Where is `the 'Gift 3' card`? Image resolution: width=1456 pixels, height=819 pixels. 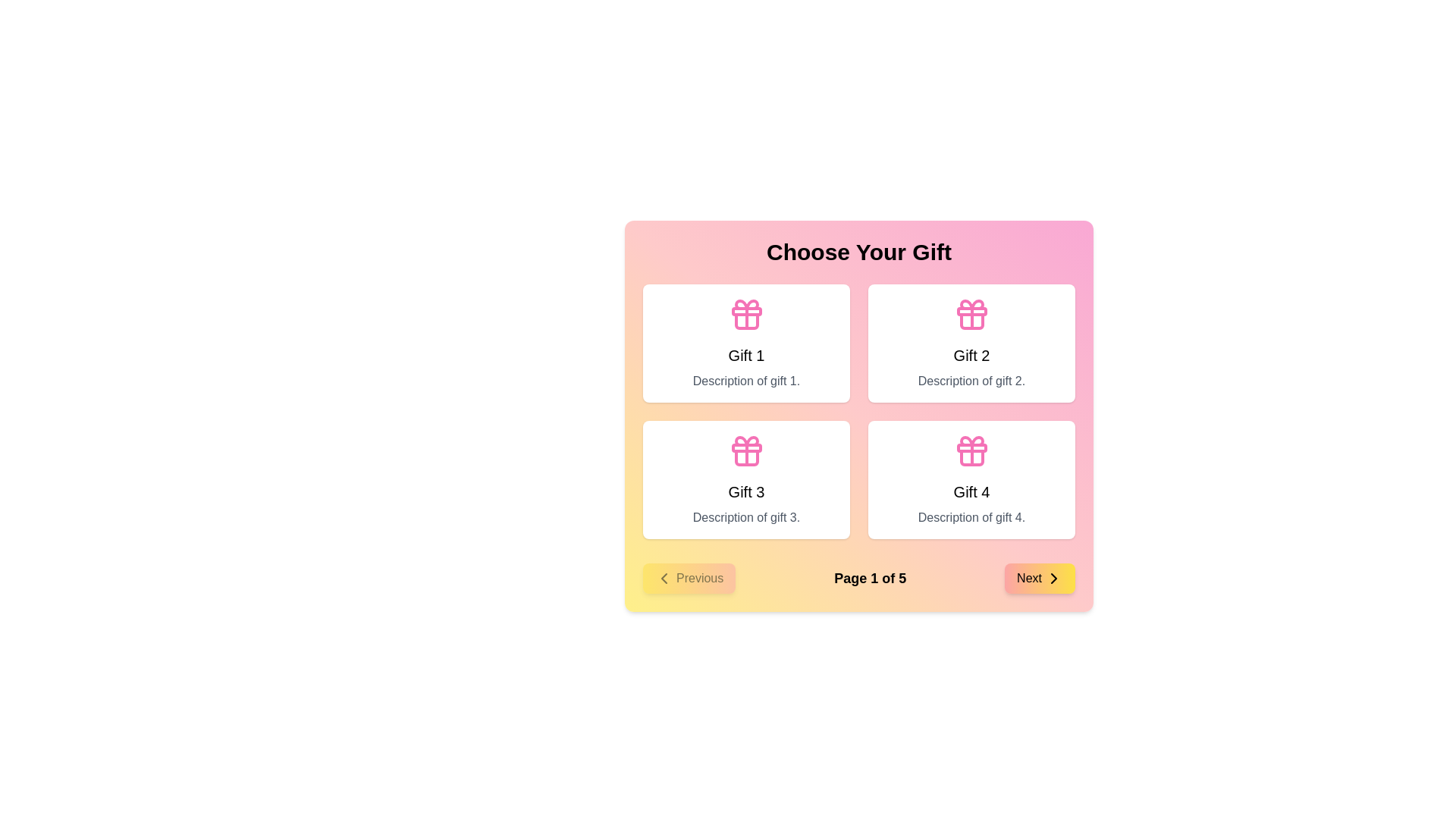
the 'Gift 3' card is located at coordinates (746, 479).